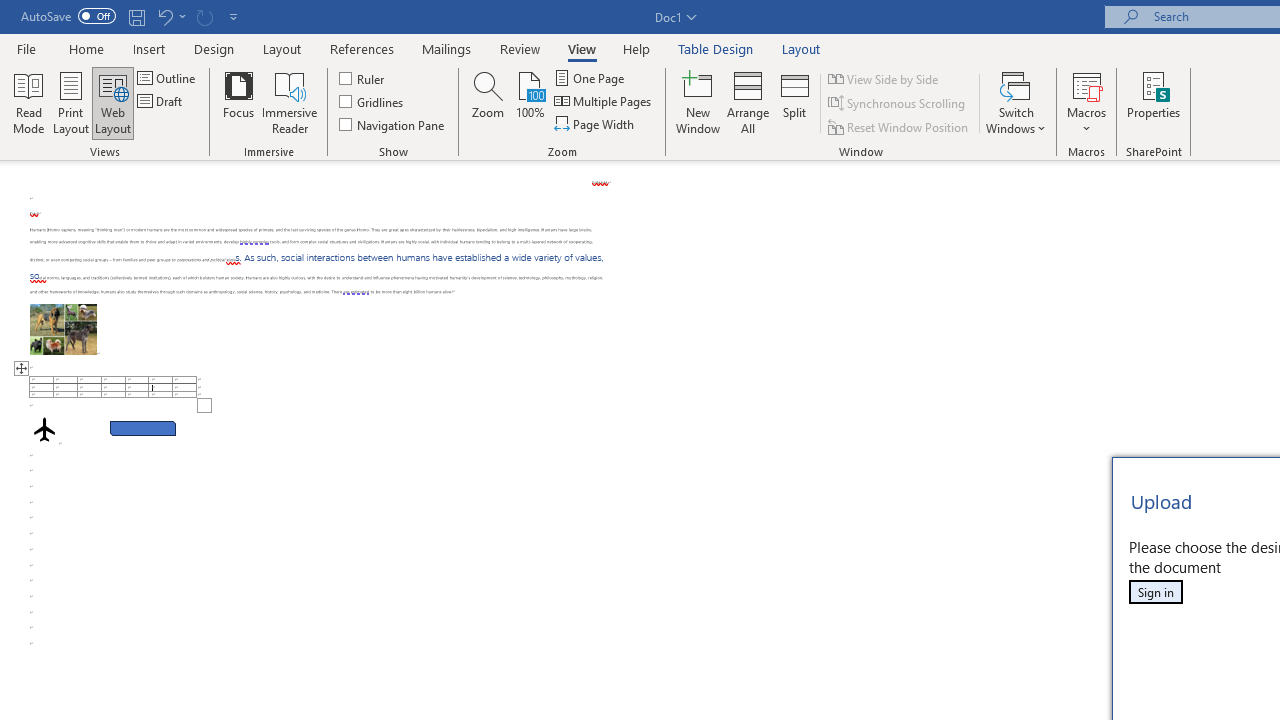  I want to click on 'Split', so click(794, 103).